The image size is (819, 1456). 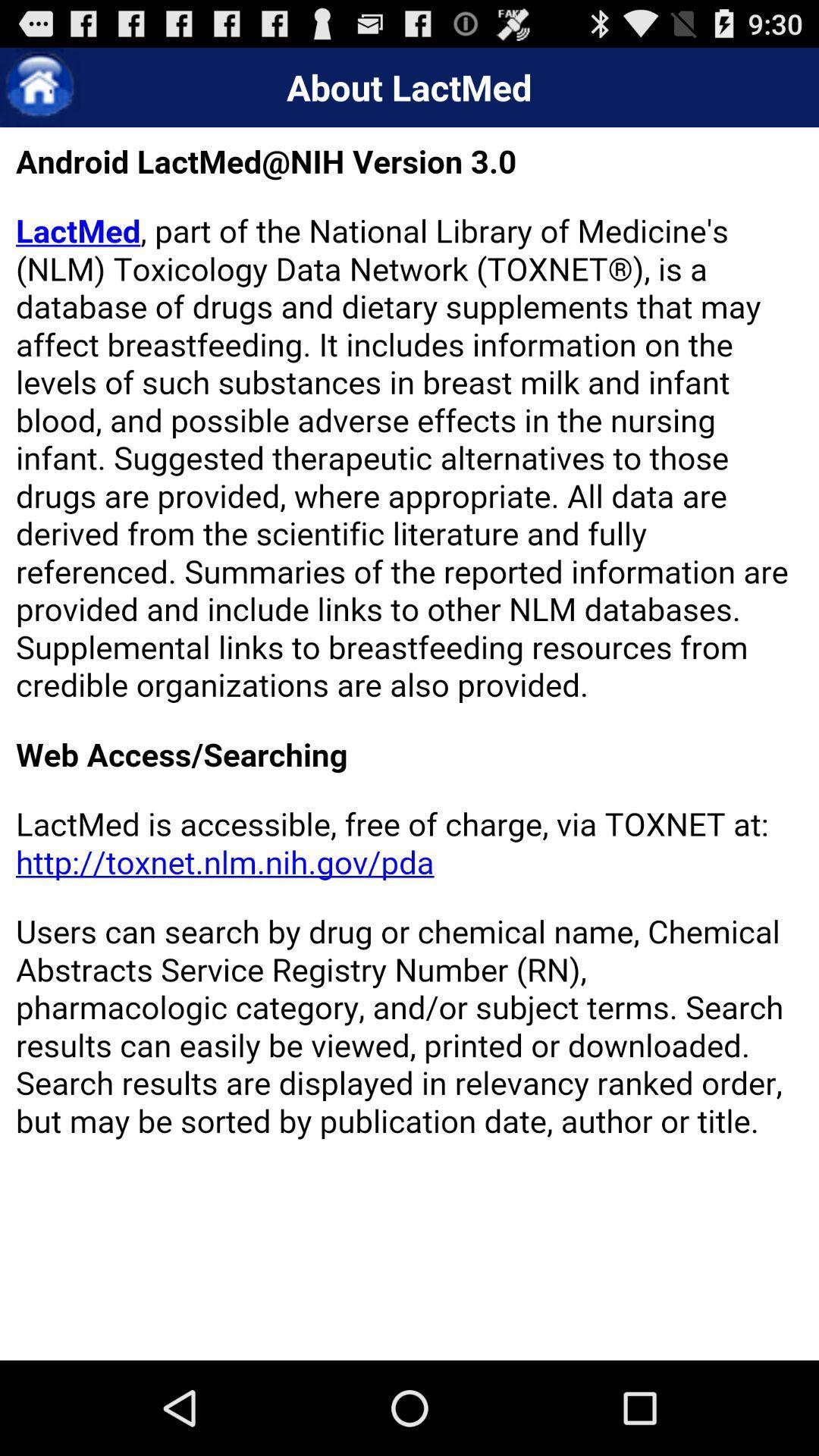 I want to click on go home, so click(x=39, y=86).